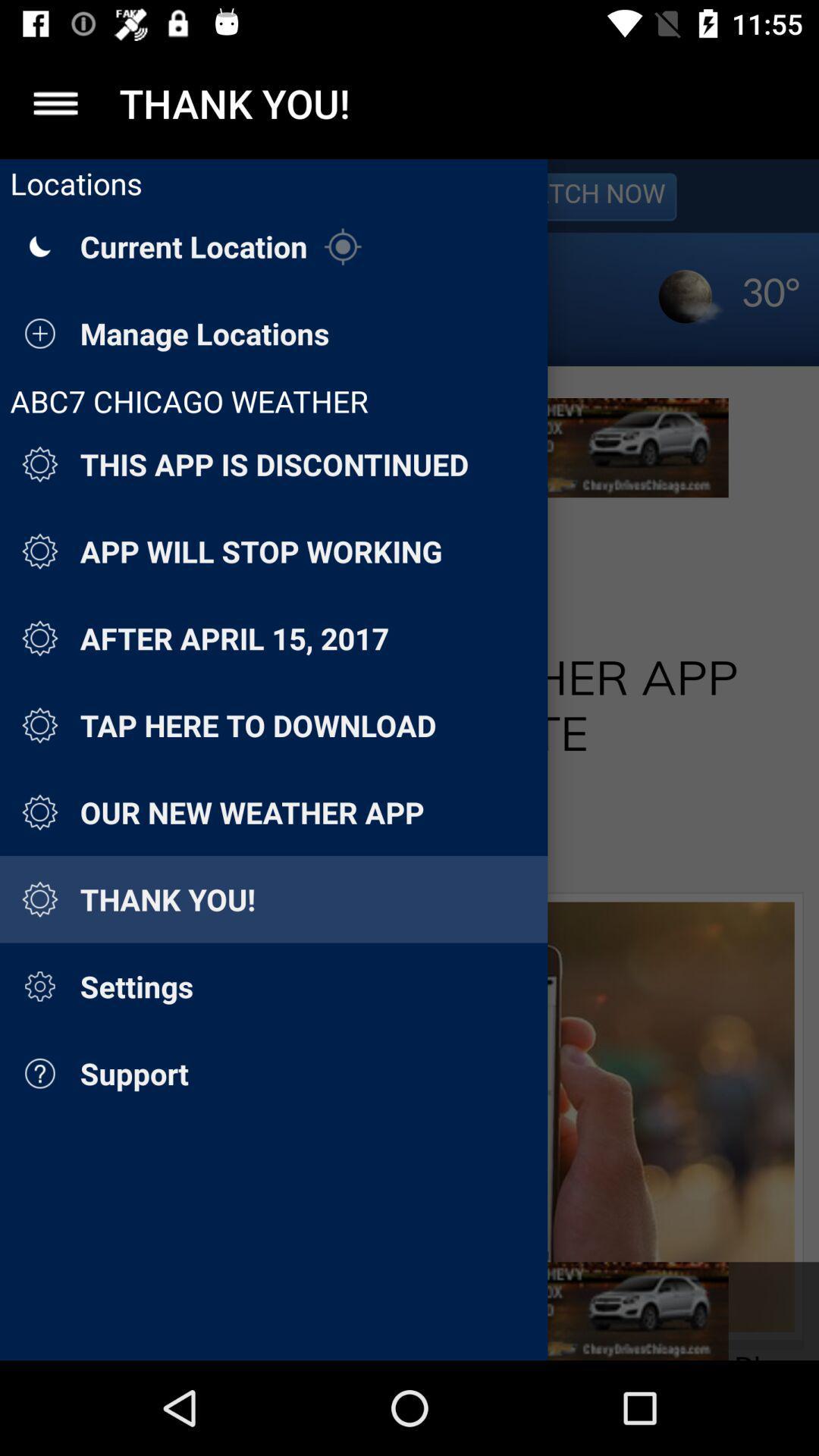  I want to click on home button, so click(55, 102).